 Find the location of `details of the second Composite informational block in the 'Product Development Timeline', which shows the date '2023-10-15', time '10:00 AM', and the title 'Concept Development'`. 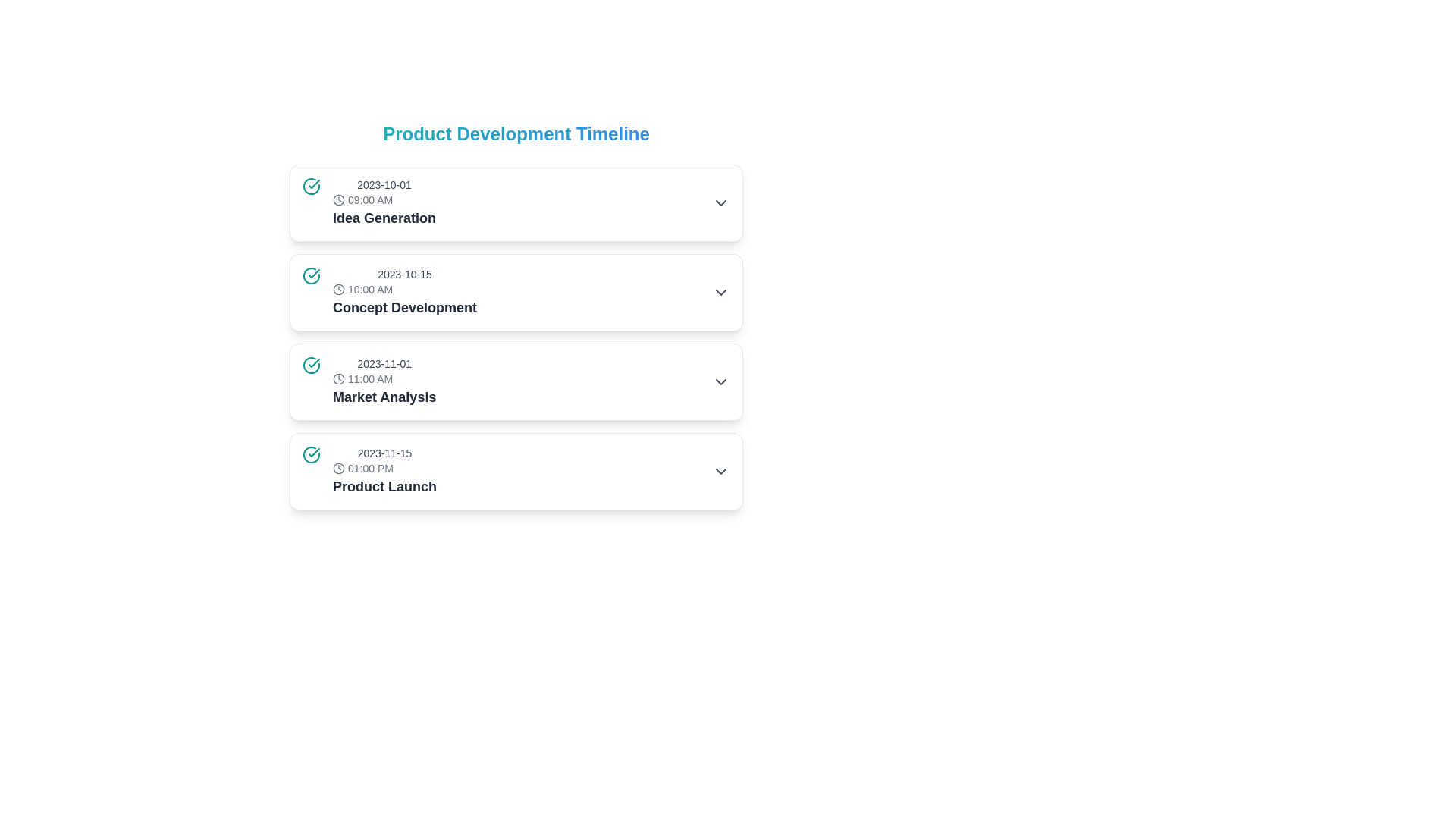

details of the second Composite informational block in the 'Product Development Timeline', which shows the date '2023-10-15', time '10:00 AM', and the title 'Concept Development' is located at coordinates (404, 292).